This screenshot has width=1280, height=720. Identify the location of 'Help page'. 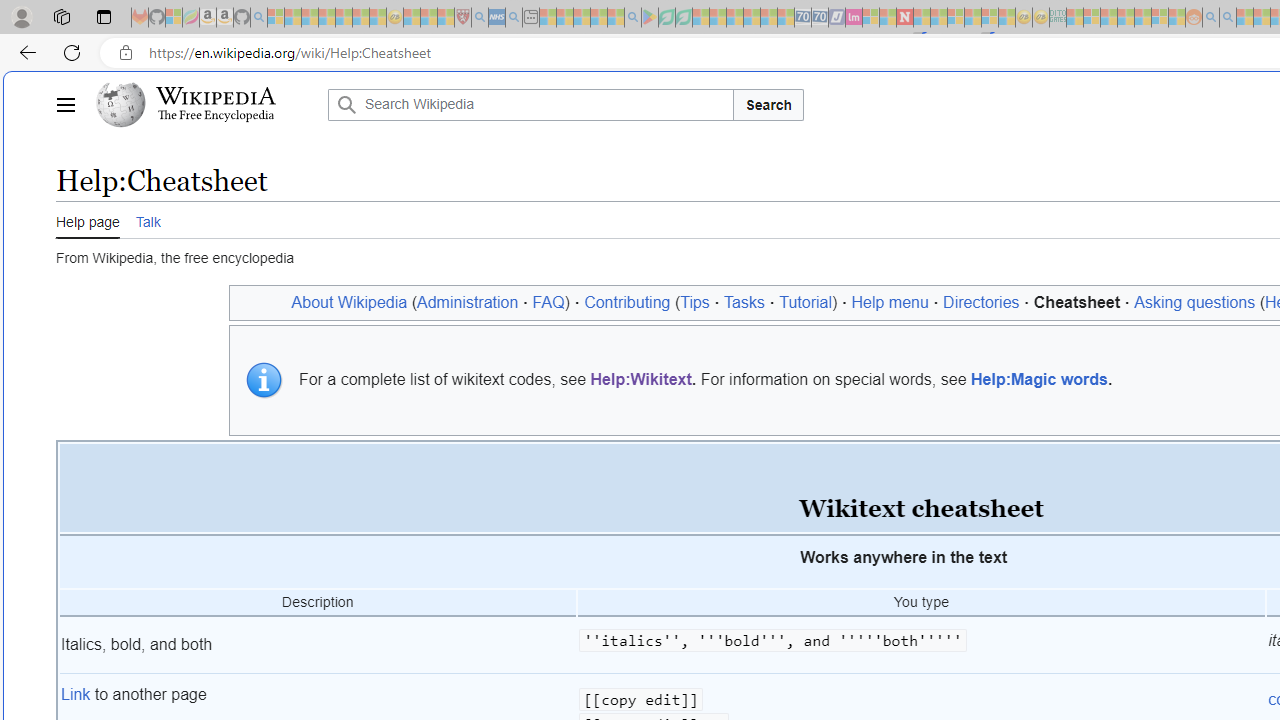
(87, 219).